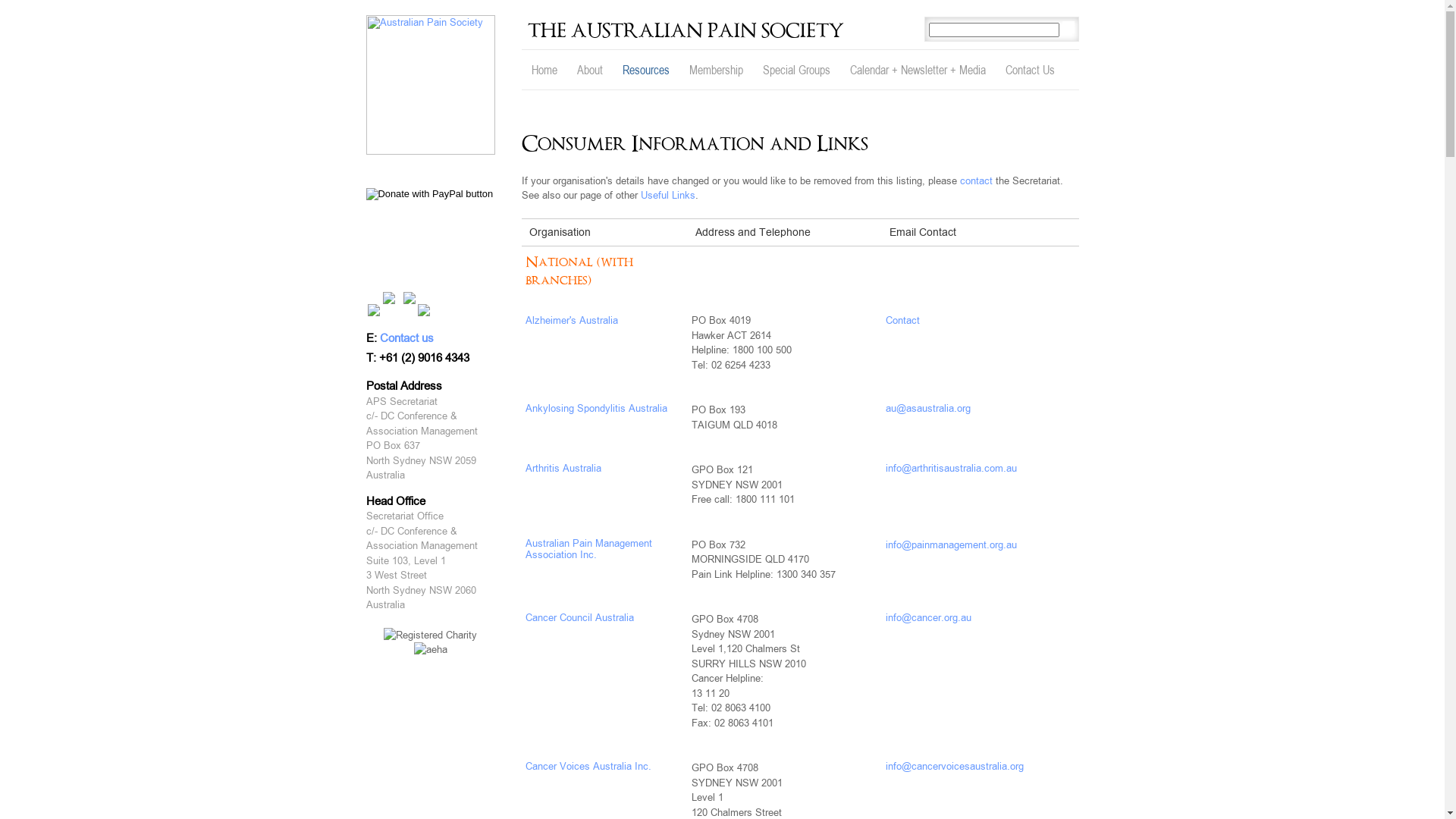  Describe the element at coordinates (586, 766) in the screenshot. I see `'Cancer Voices Australia Inc.'` at that location.